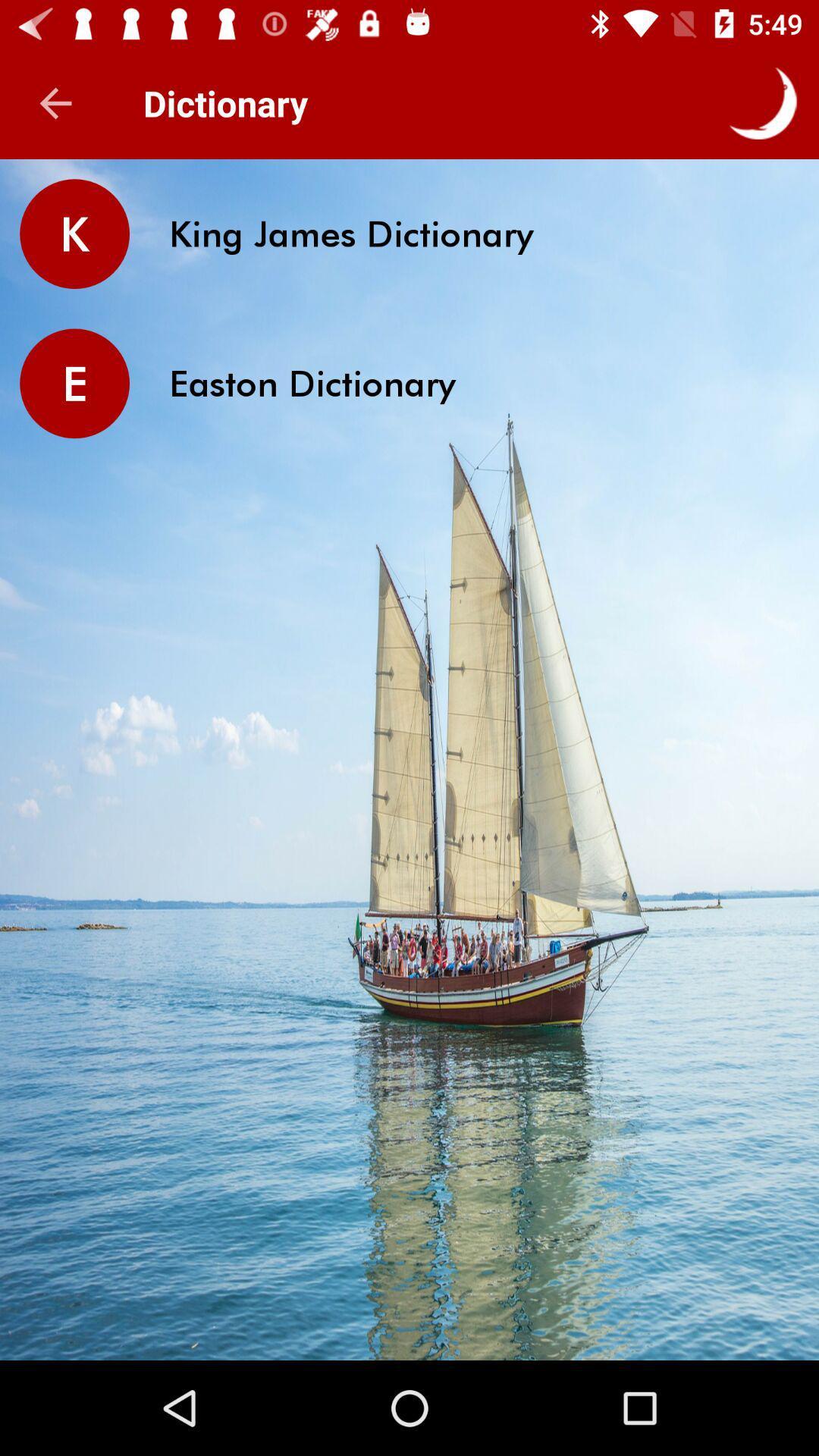 Image resolution: width=819 pixels, height=1456 pixels. I want to click on icon button, so click(763, 102).